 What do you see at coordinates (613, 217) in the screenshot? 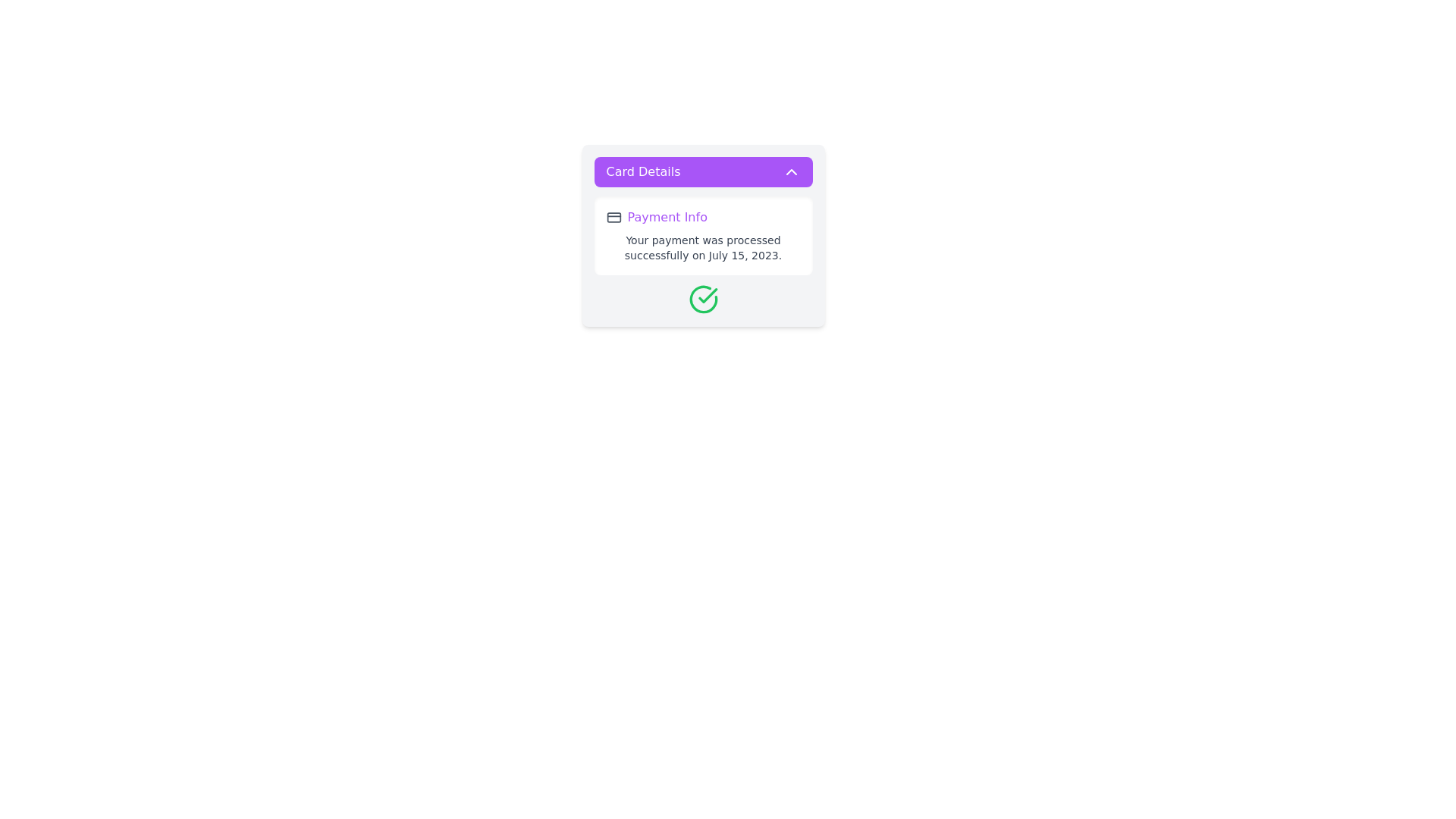
I see `the vector graphic rectangle within the credit card icon that signifies payment functionality` at bounding box center [613, 217].